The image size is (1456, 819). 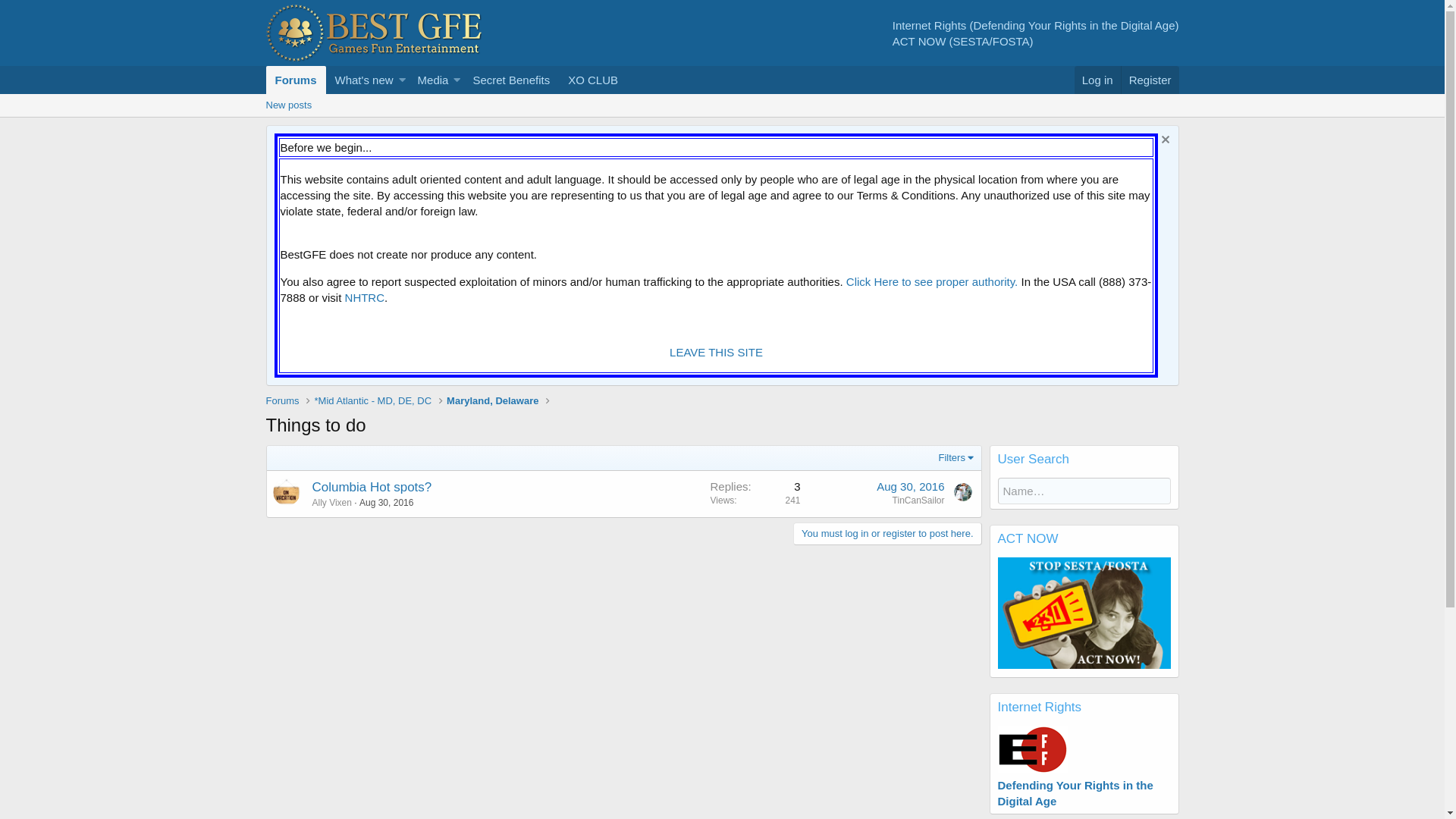 What do you see at coordinates (331, 503) in the screenshot?
I see `'Ally Vixen'` at bounding box center [331, 503].